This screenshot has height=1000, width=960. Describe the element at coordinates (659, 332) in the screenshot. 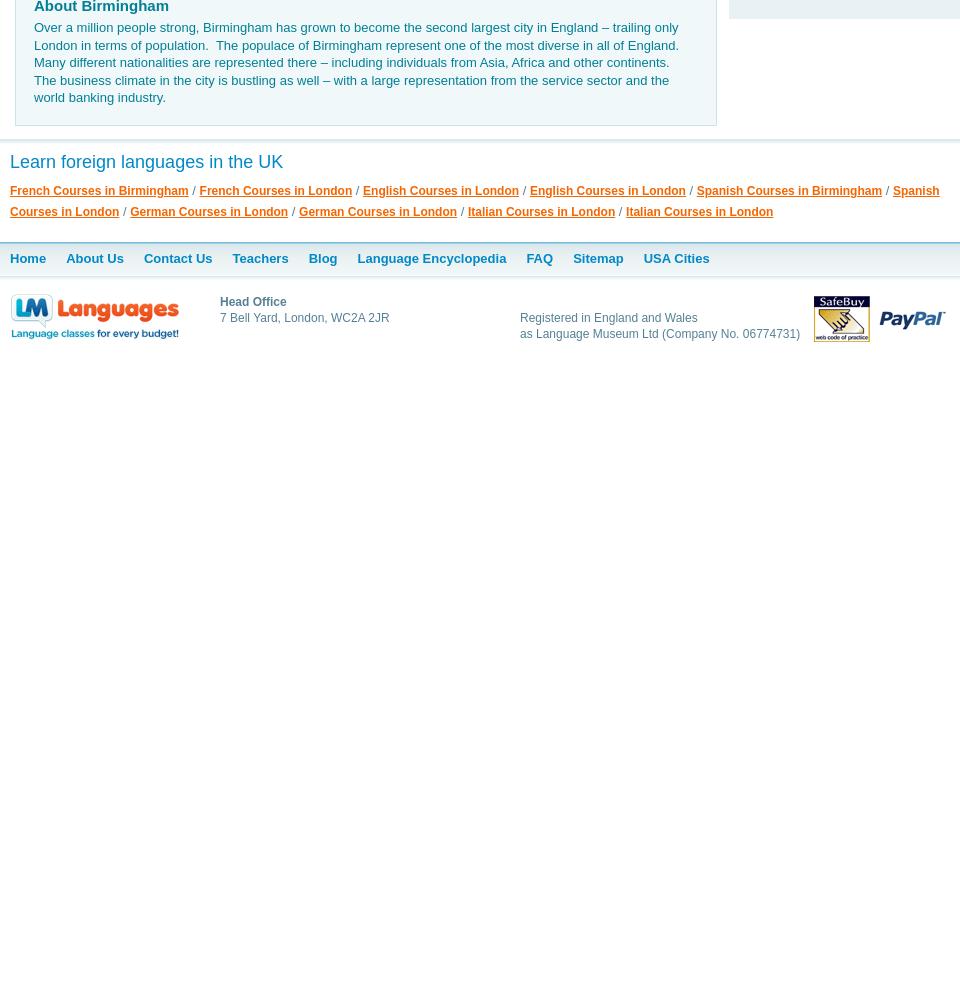

I see `'as Language Museum Ltd (Company No. 06774731)'` at that location.